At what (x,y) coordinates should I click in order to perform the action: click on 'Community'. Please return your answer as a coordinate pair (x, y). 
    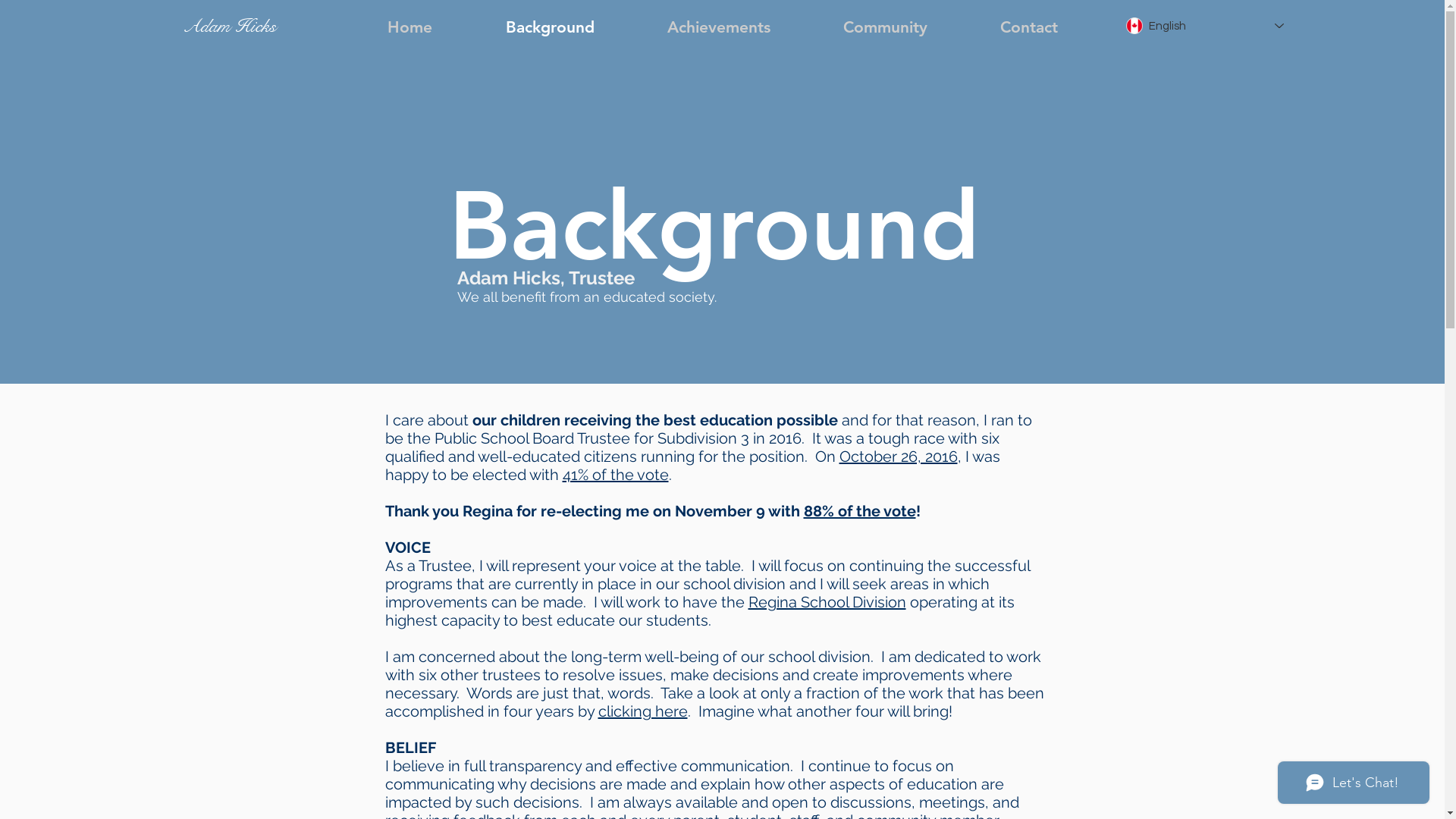
    Looking at the image, I should click on (885, 27).